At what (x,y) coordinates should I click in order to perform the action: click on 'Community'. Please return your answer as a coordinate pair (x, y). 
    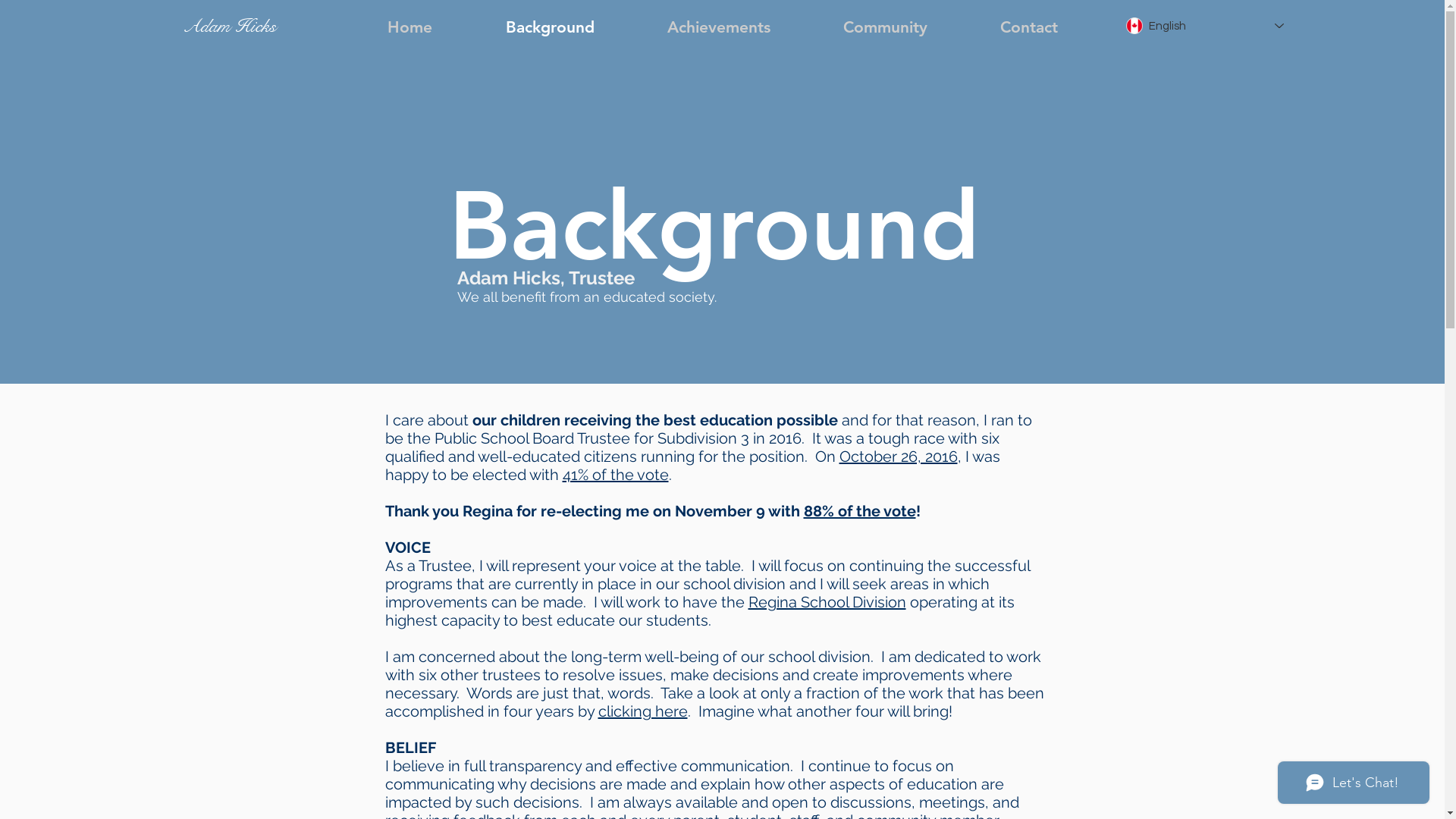
    Looking at the image, I should click on (885, 27).